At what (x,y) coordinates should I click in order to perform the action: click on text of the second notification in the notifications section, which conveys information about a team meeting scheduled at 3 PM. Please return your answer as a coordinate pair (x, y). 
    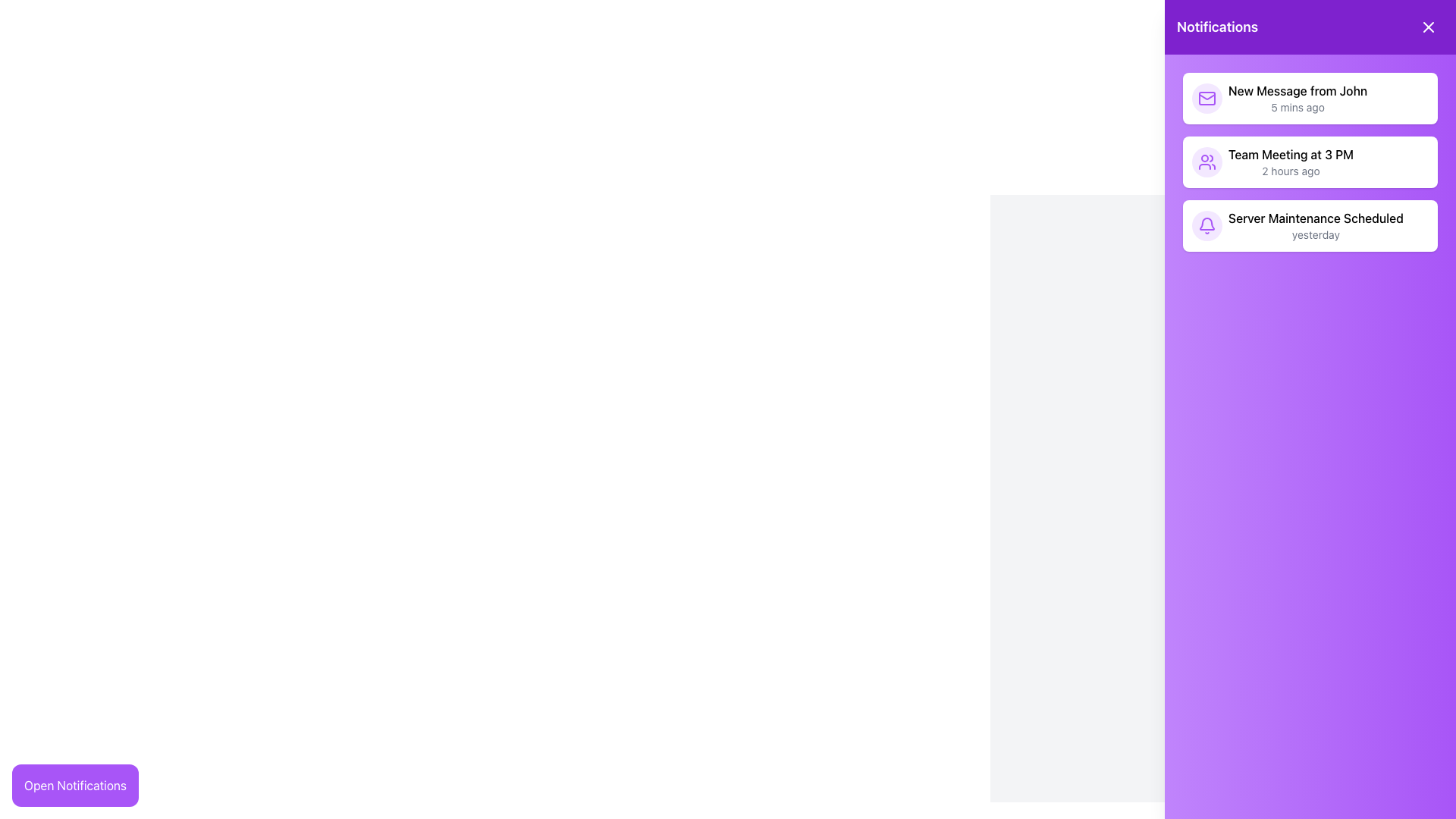
    Looking at the image, I should click on (1290, 162).